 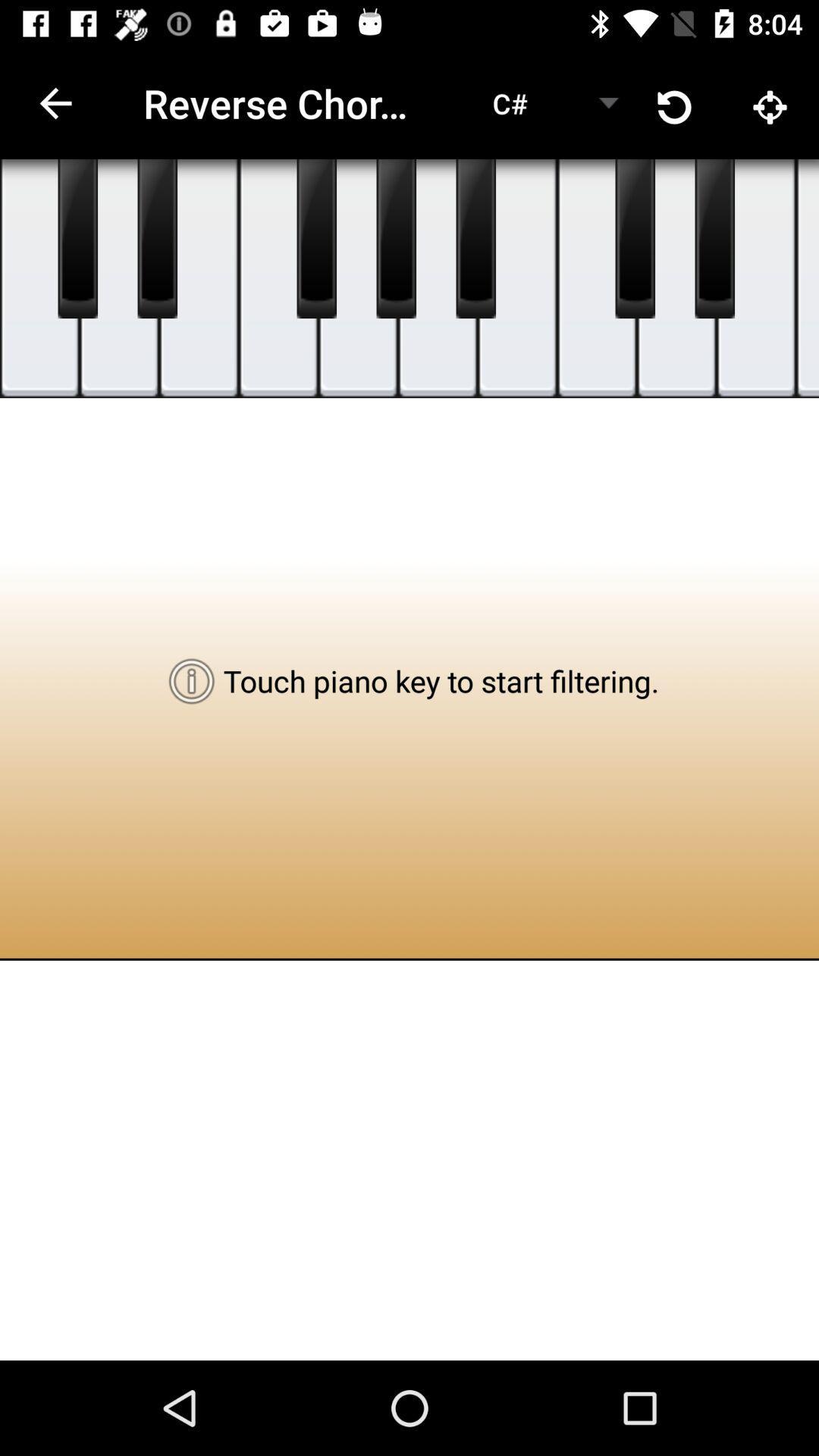 What do you see at coordinates (278, 278) in the screenshot?
I see `piano key` at bounding box center [278, 278].